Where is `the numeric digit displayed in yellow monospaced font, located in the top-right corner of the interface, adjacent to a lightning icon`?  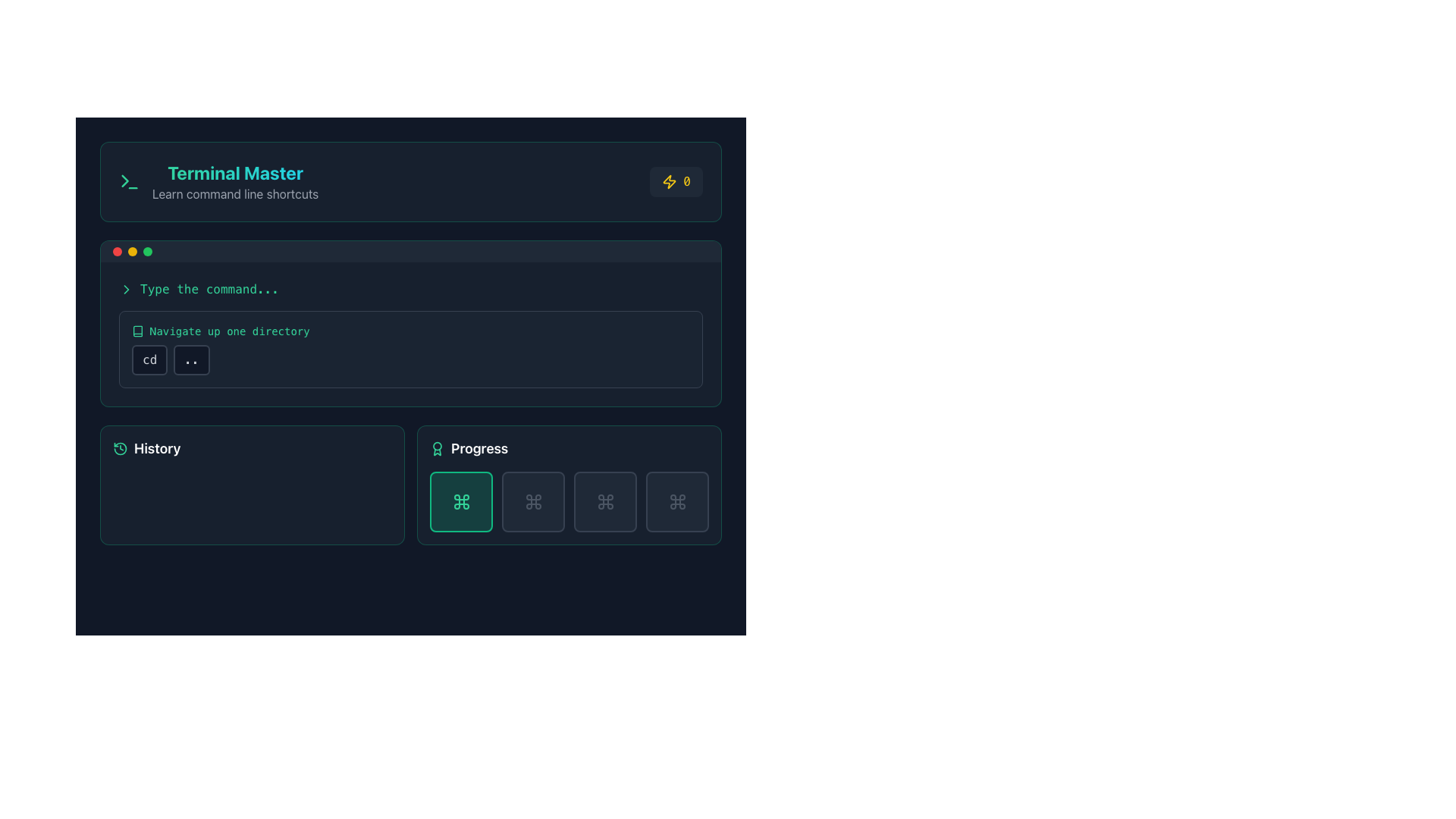 the numeric digit displayed in yellow monospaced font, located in the top-right corner of the interface, adjacent to a lightning icon is located at coordinates (686, 180).